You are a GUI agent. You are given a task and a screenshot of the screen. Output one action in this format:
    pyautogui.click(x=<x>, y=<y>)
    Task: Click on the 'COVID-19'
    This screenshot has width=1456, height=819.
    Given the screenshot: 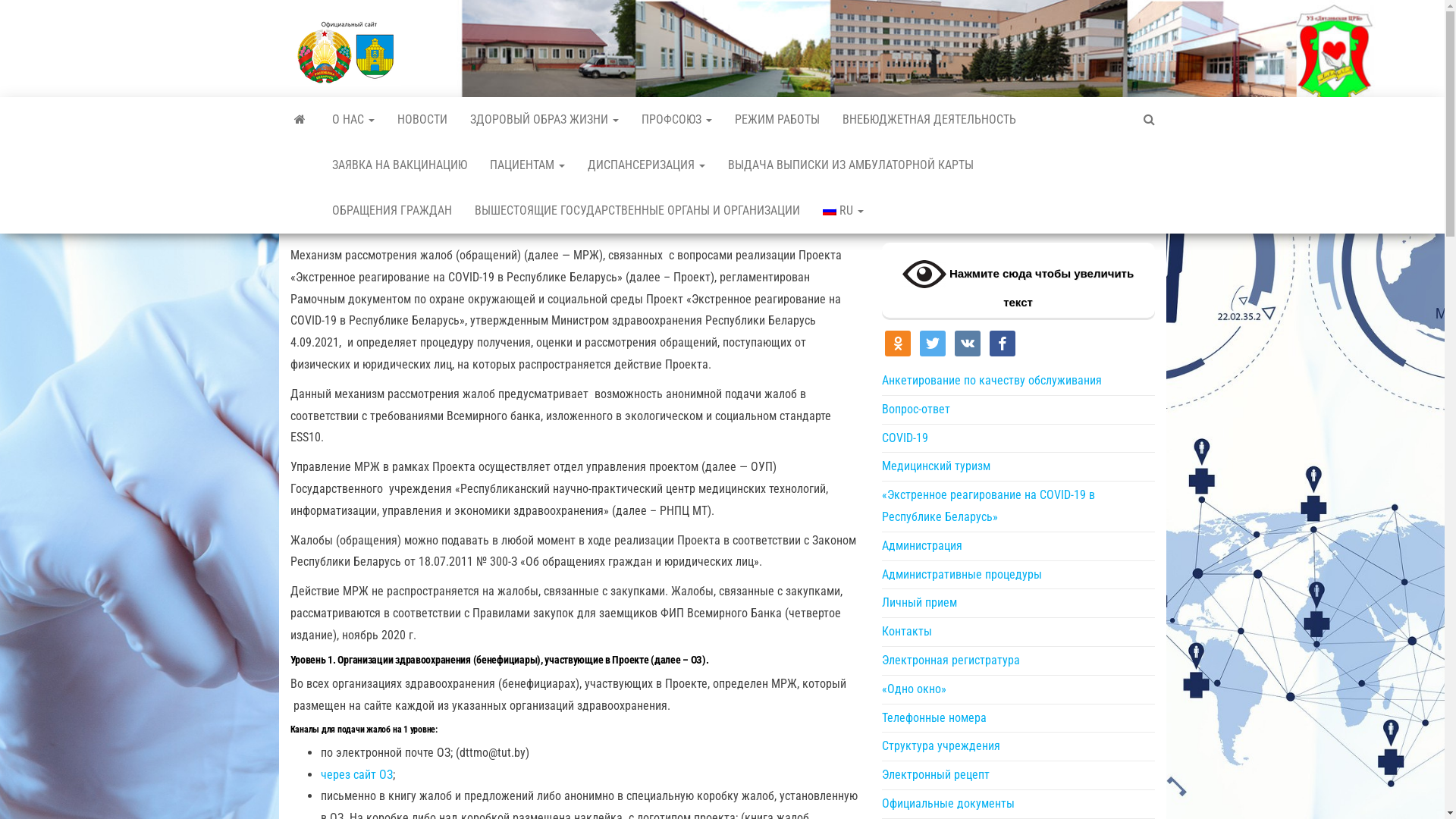 What is the action you would take?
    pyautogui.click(x=904, y=438)
    